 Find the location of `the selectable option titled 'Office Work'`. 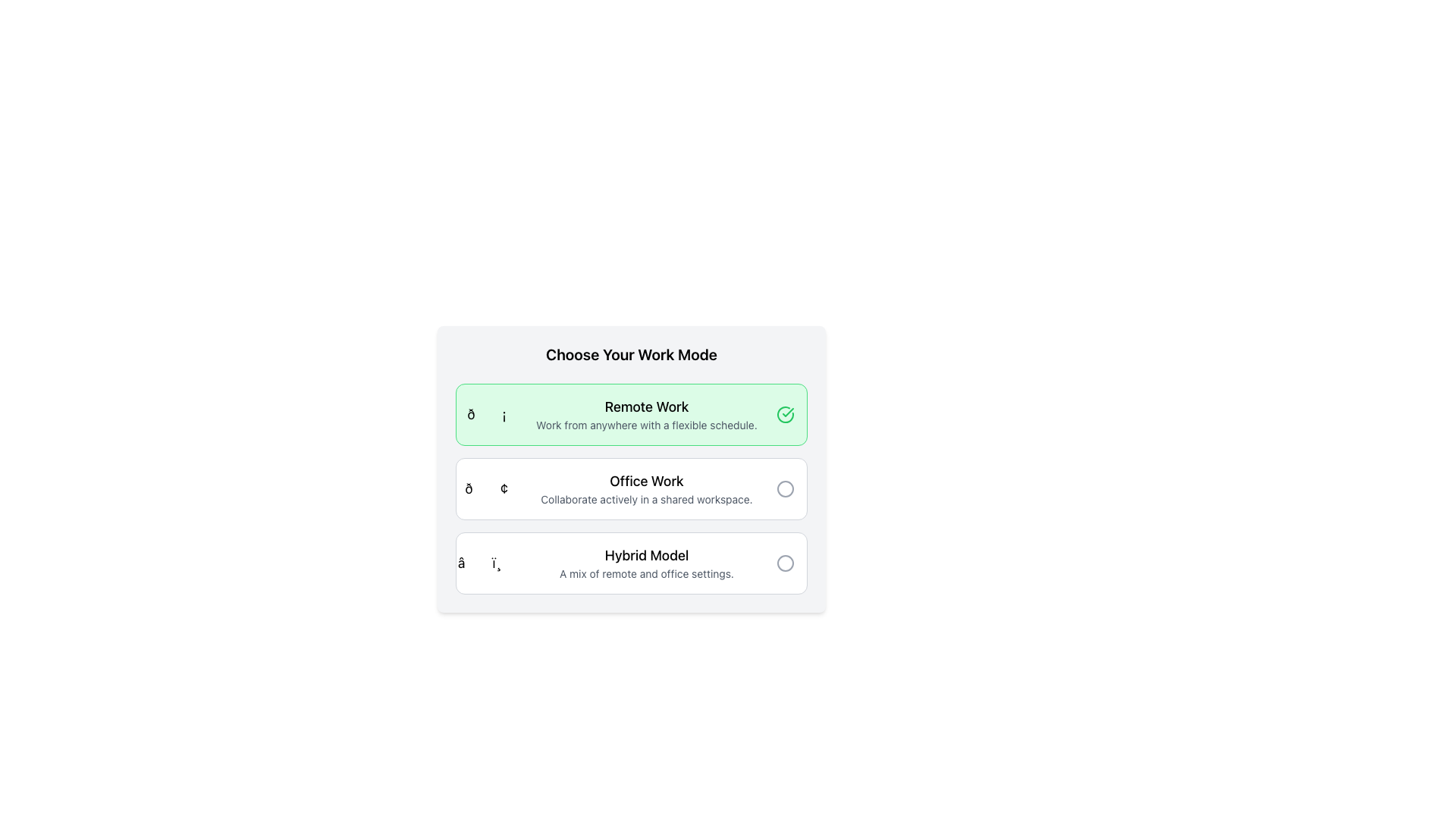

the selectable option titled 'Office Work' is located at coordinates (632, 468).